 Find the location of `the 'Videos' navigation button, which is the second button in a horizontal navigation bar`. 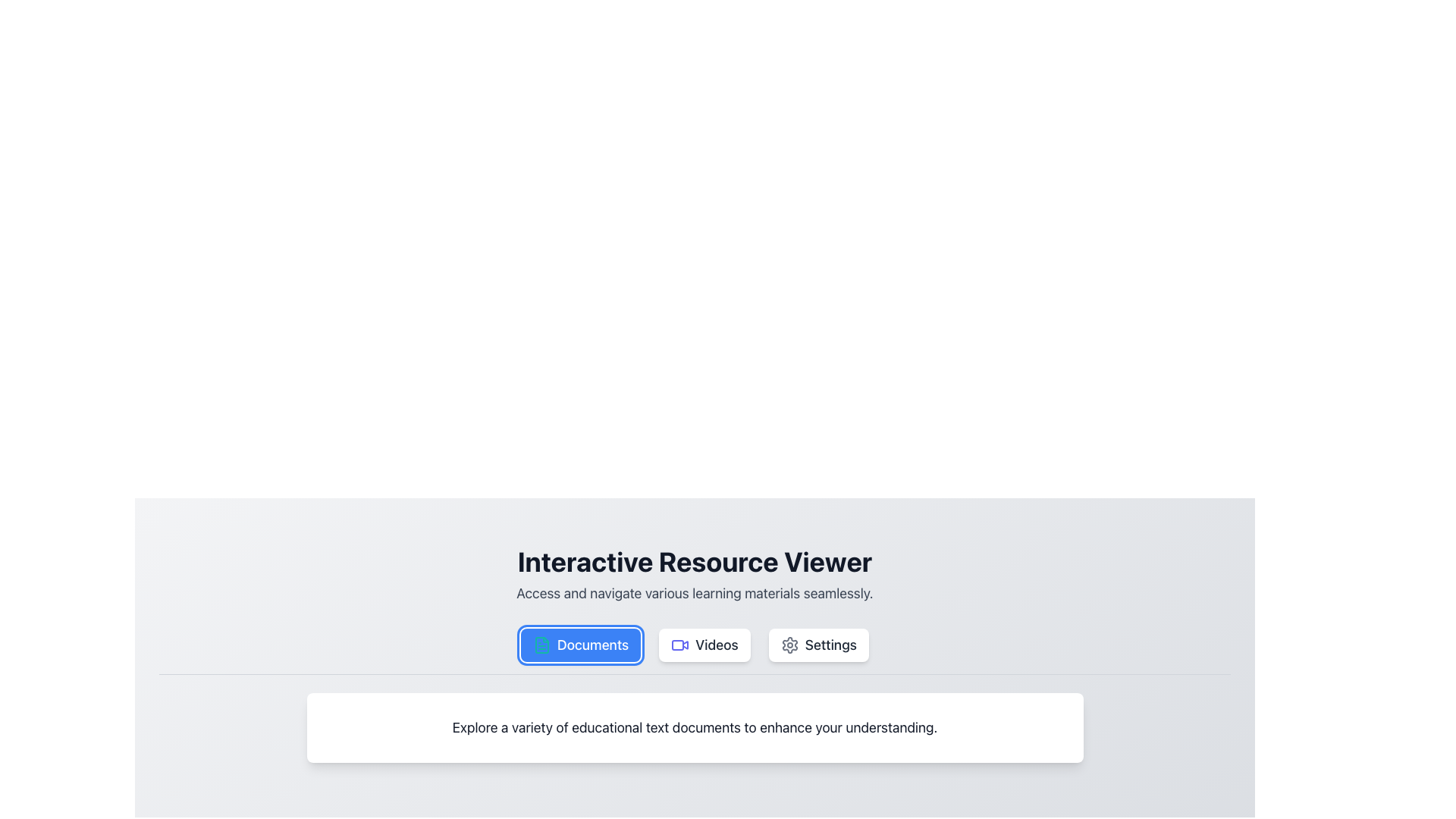

the 'Videos' navigation button, which is the second button in a horizontal navigation bar is located at coordinates (704, 645).